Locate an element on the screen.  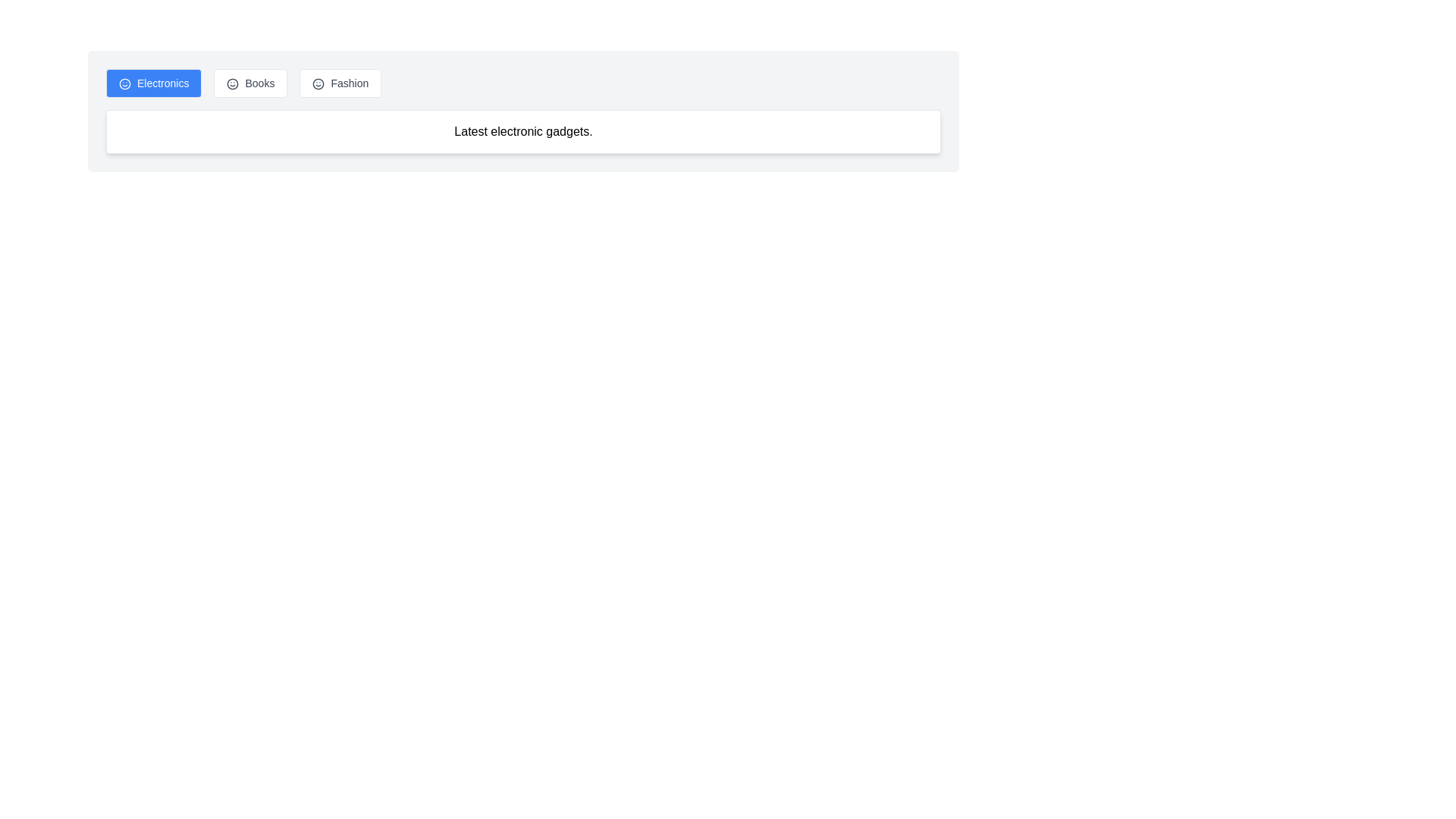
the text block providing introductory or summary information about the latest electronic gadgets, located below the interactive buttons labeled 'Electronics', 'Books', and 'Fashion' is located at coordinates (523, 130).